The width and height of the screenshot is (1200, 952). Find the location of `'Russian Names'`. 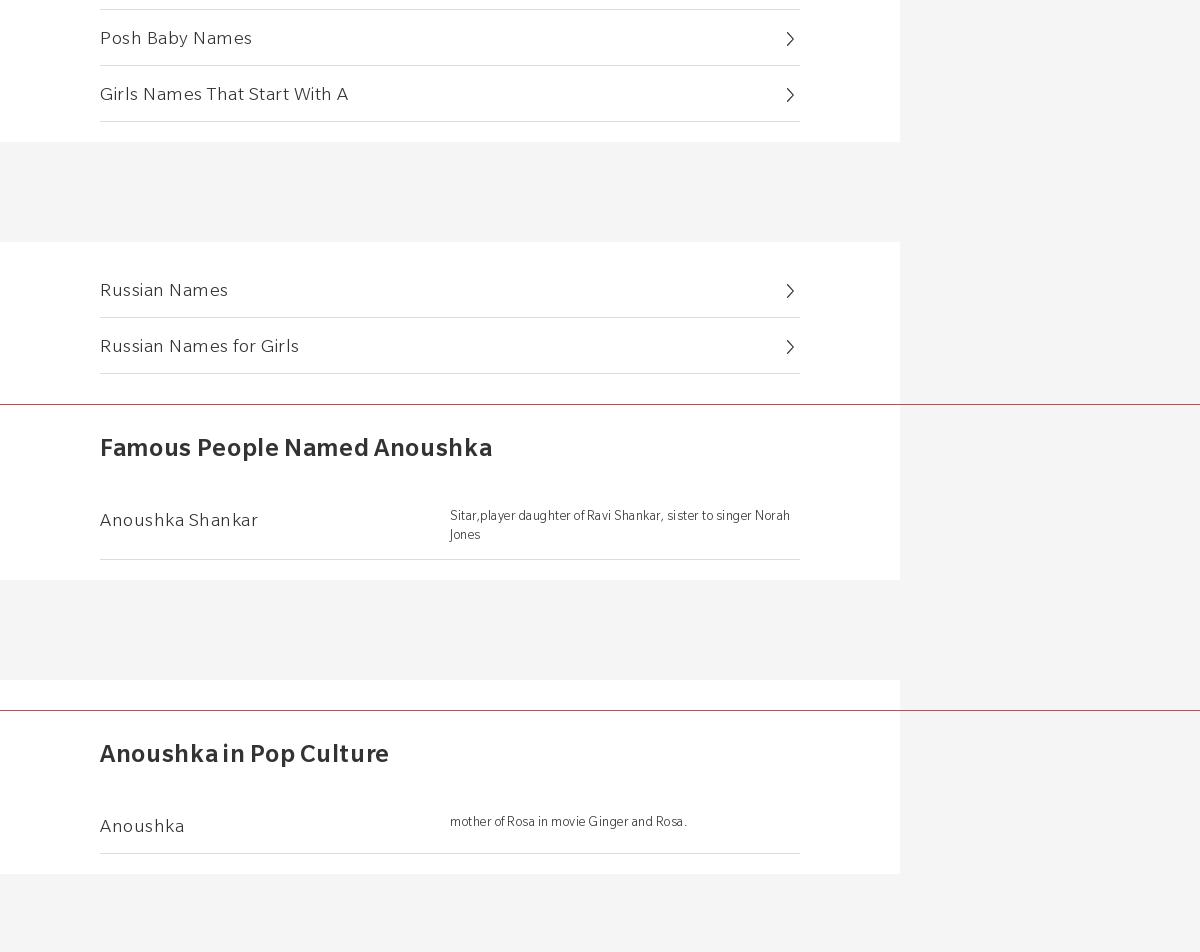

'Russian Names' is located at coordinates (163, 288).